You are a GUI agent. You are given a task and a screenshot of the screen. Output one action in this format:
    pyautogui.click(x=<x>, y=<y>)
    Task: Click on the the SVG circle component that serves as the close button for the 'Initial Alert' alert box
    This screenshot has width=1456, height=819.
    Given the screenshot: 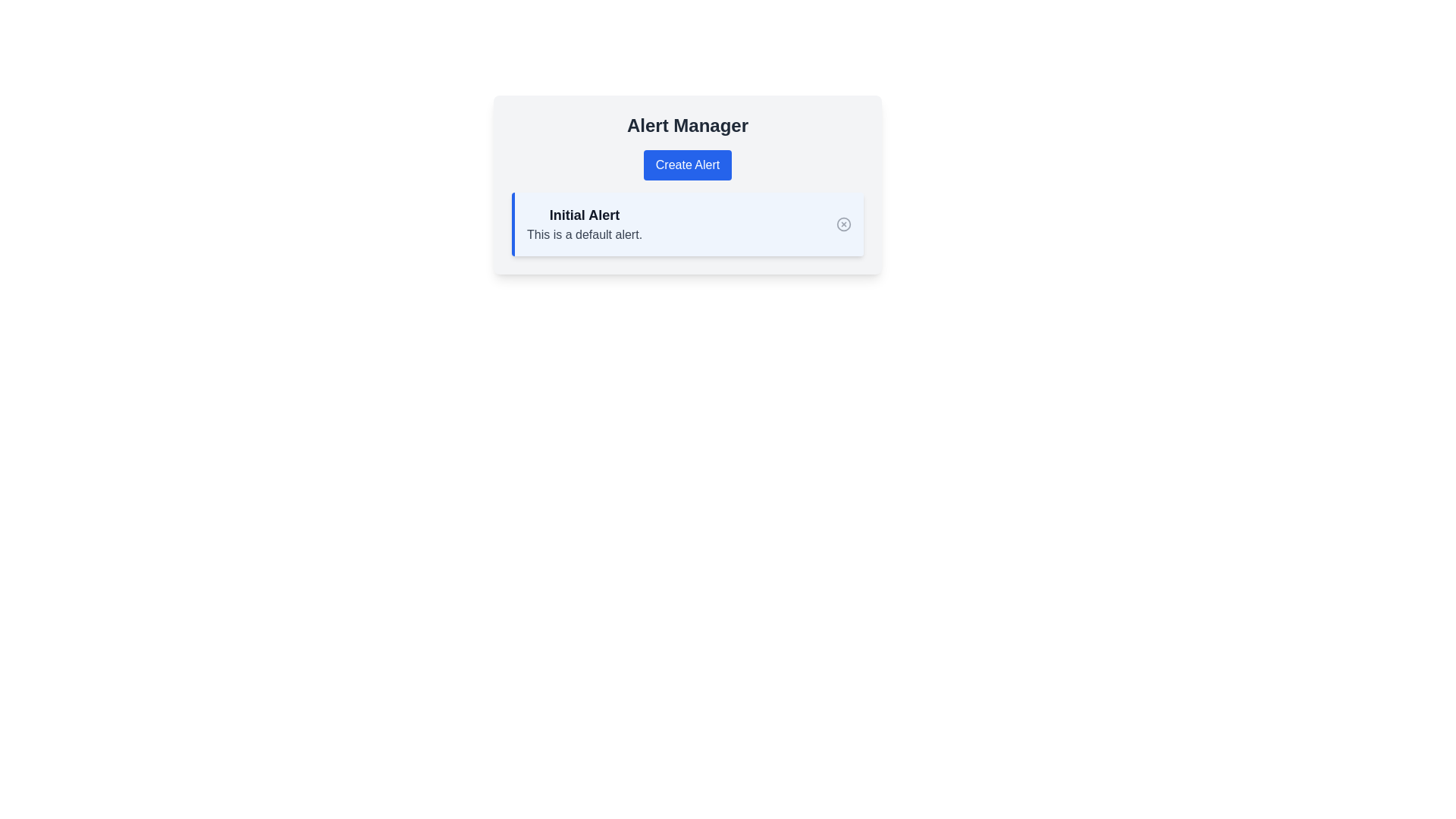 What is the action you would take?
    pyautogui.click(x=843, y=224)
    